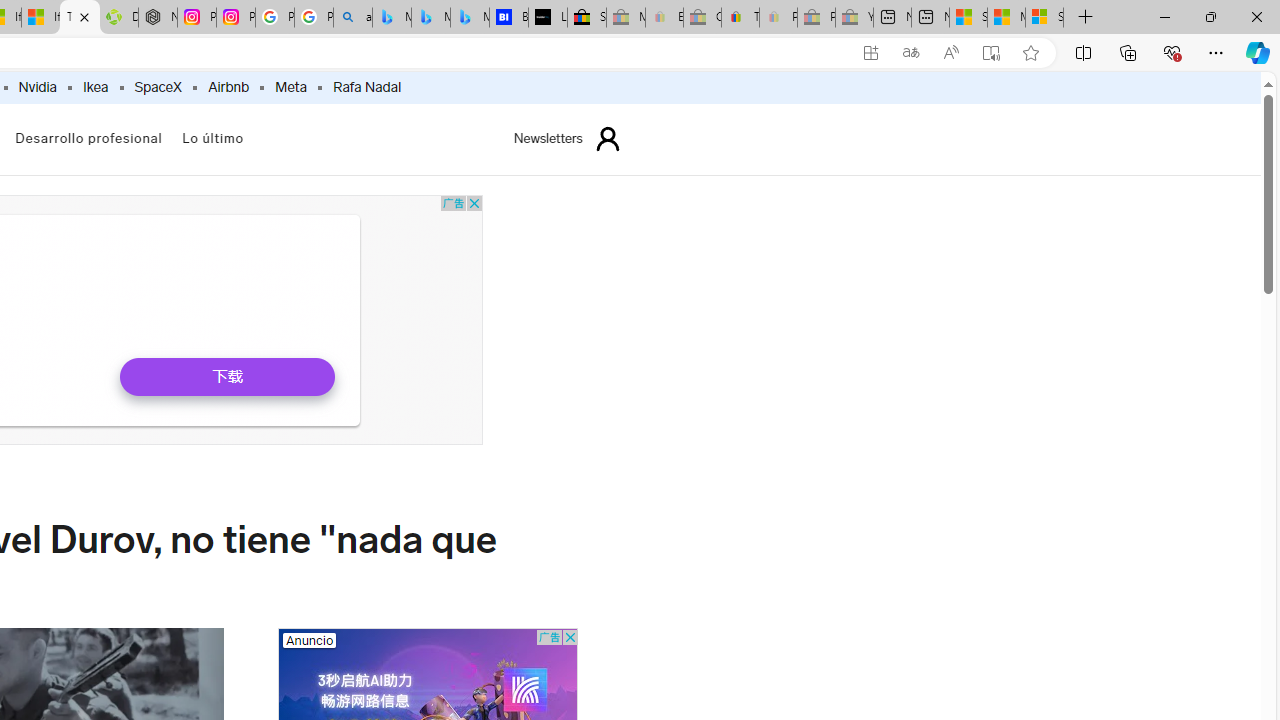  Describe the element at coordinates (157, 87) in the screenshot. I see `'SpaceX'` at that location.